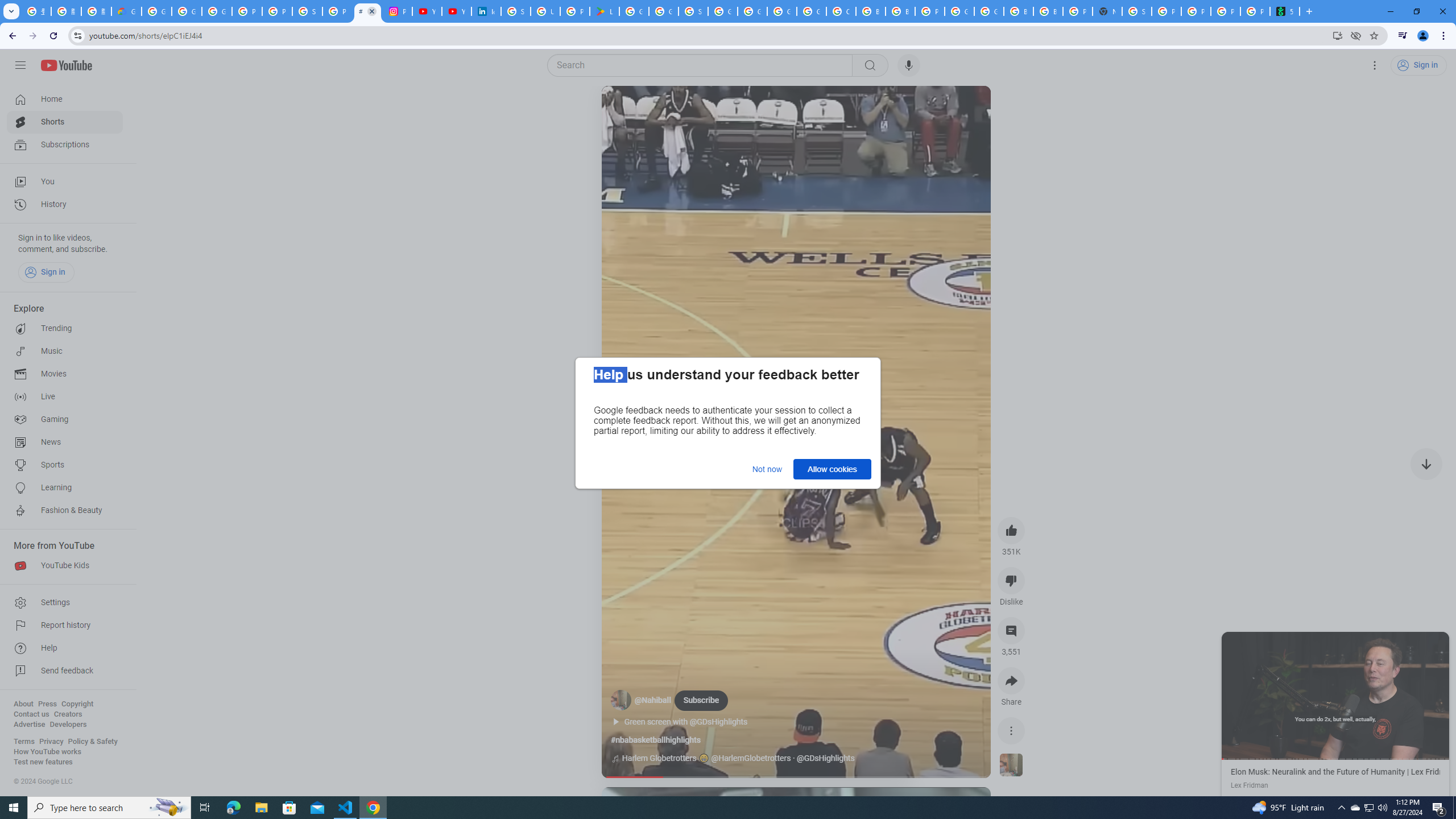 The image size is (1456, 819). I want to click on 'Shorts', so click(64, 122).